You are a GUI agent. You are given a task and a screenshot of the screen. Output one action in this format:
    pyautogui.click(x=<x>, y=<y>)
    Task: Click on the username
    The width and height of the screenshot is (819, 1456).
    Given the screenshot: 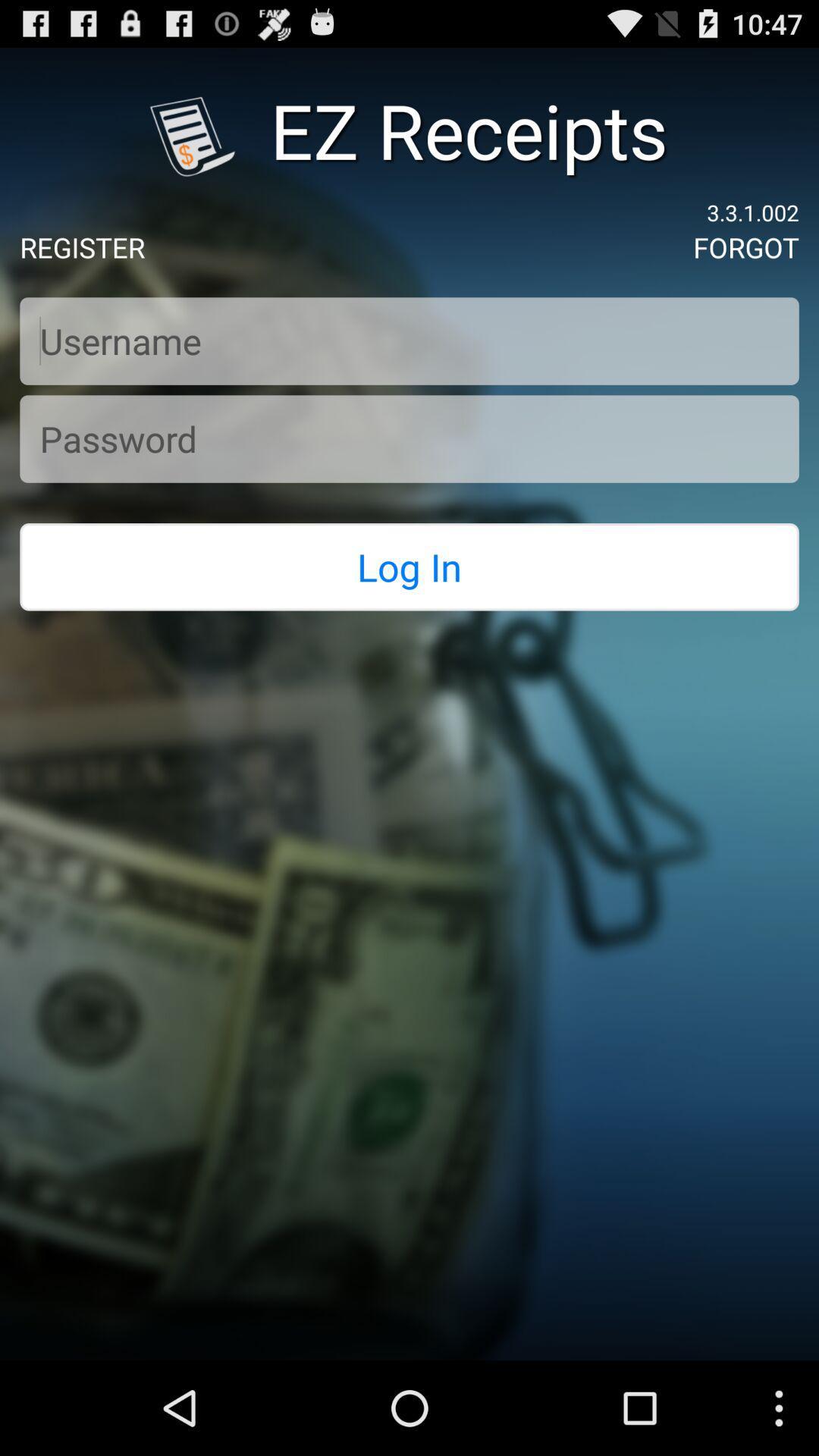 What is the action you would take?
    pyautogui.click(x=409, y=340)
    